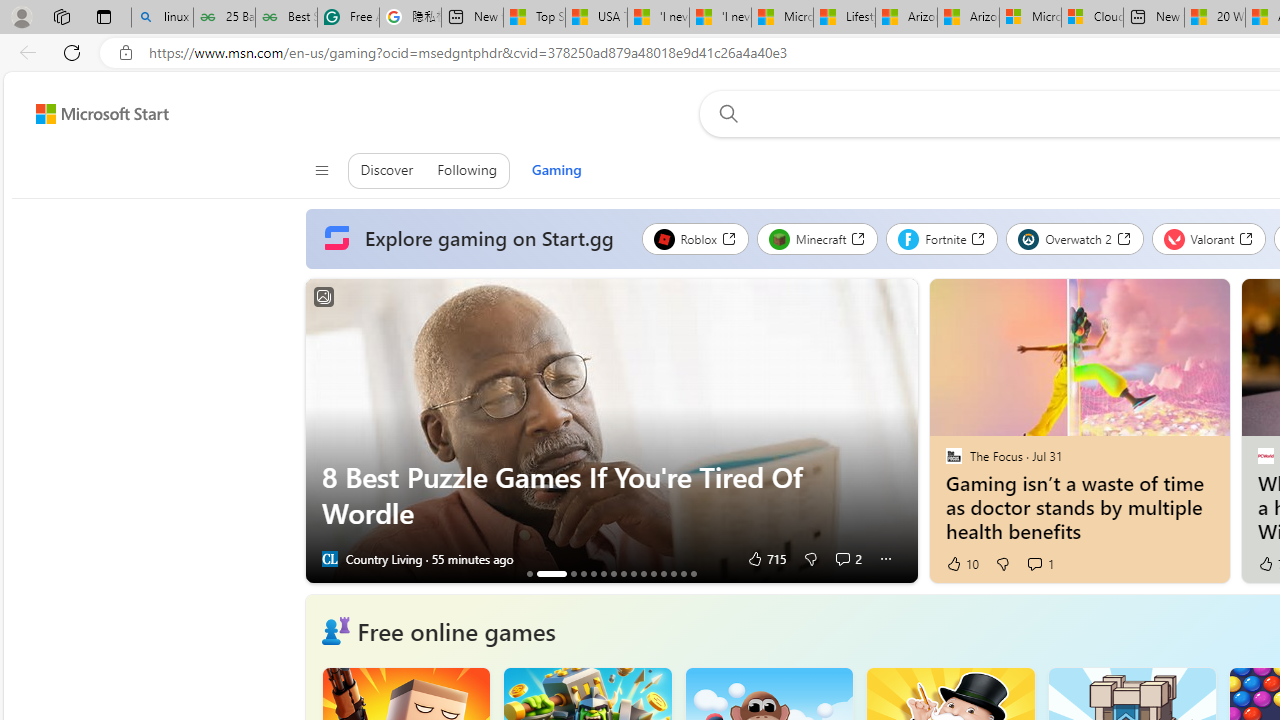 The height and width of the screenshot is (720, 1280). I want to click on 'AutomationID: tab_nativead-resinfopane-6', so click(602, 573).